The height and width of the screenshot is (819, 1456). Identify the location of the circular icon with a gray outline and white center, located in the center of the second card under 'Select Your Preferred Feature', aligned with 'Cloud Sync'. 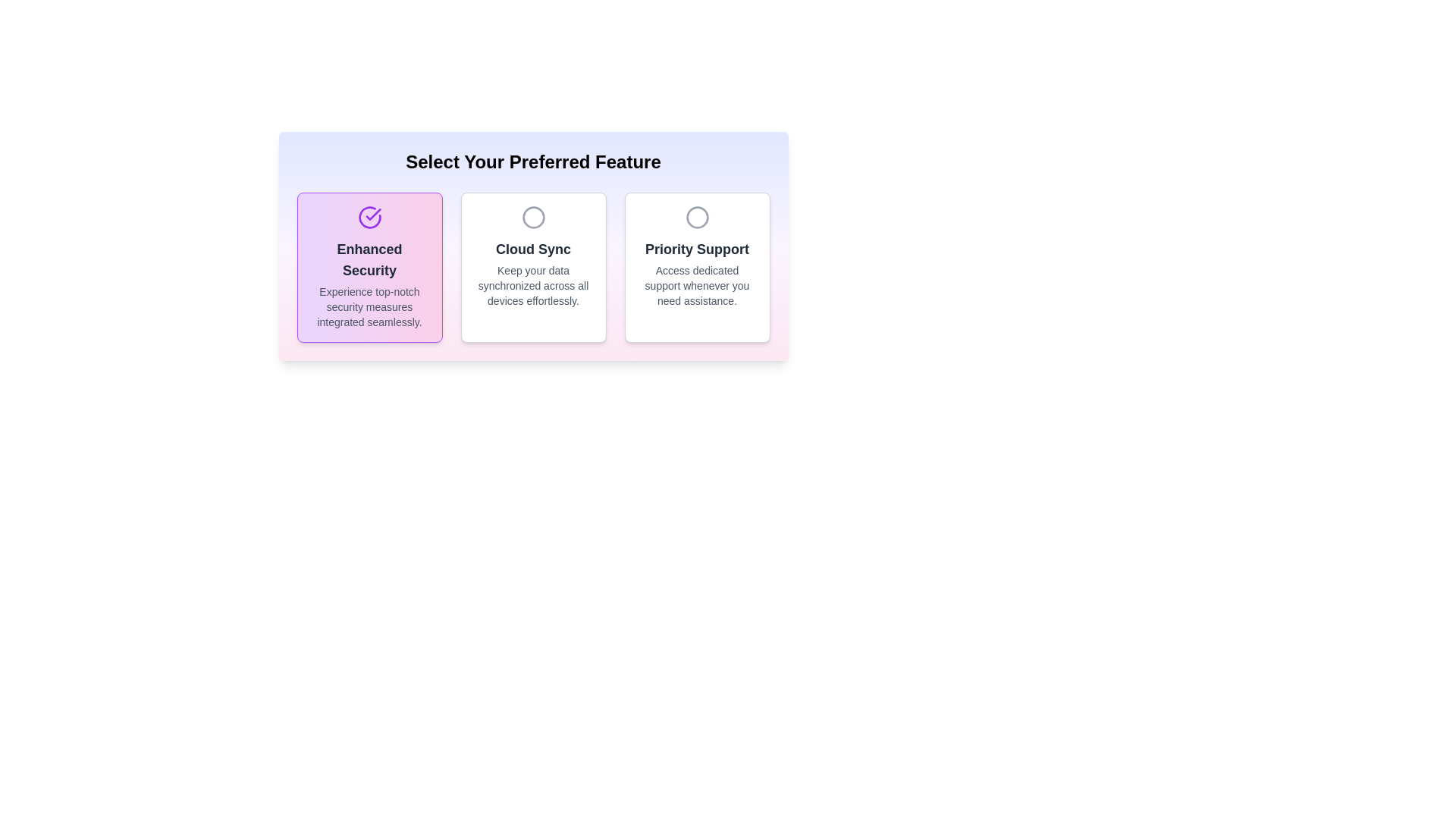
(533, 217).